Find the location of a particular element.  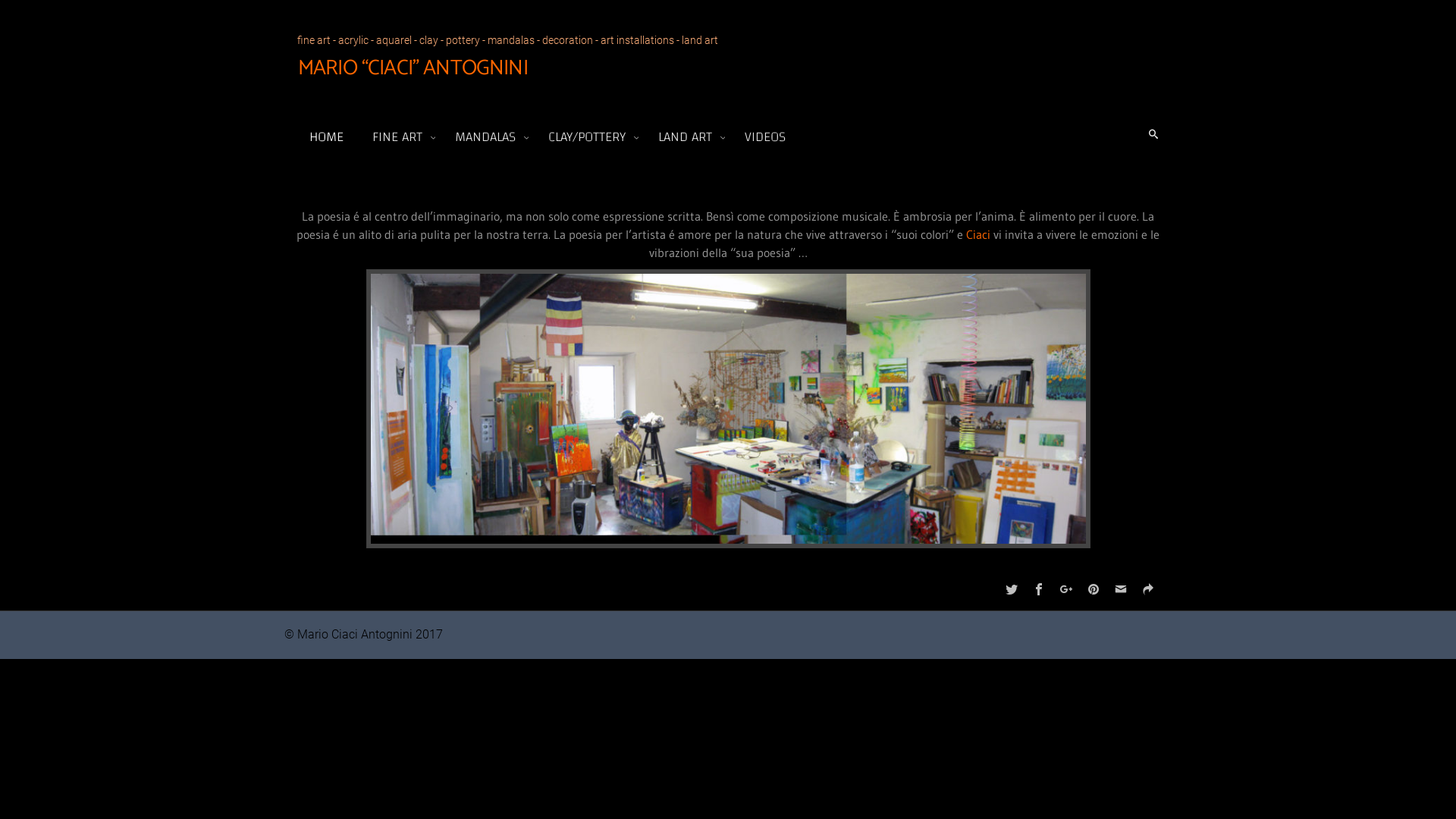

'HOME' is located at coordinates (326, 136).